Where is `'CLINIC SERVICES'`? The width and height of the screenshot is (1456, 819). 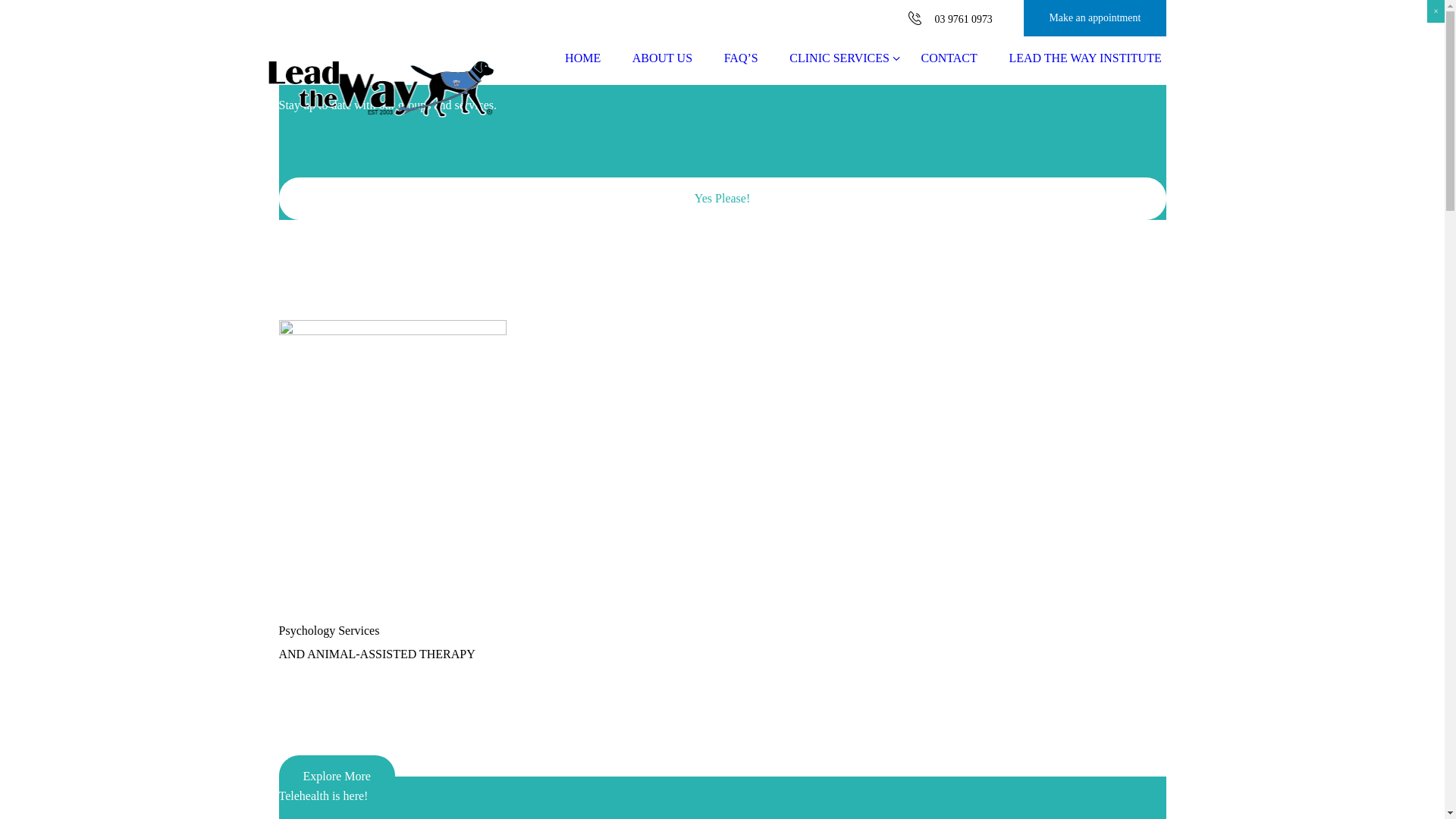
'CLINIC SERVICES' is located at coordinates (838, 58).